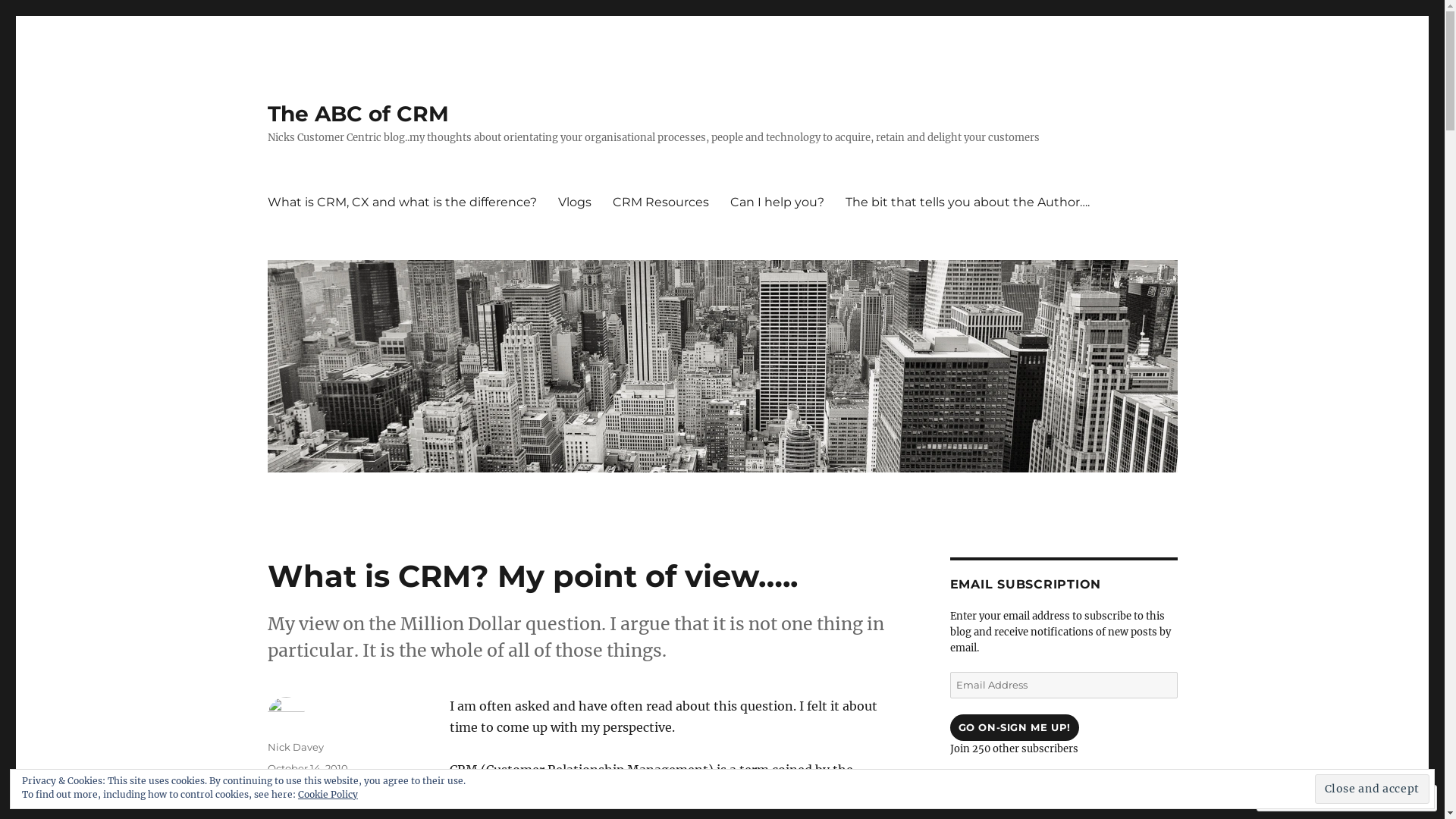  I want to click on 'Cookie Policy', so click(327, 793).